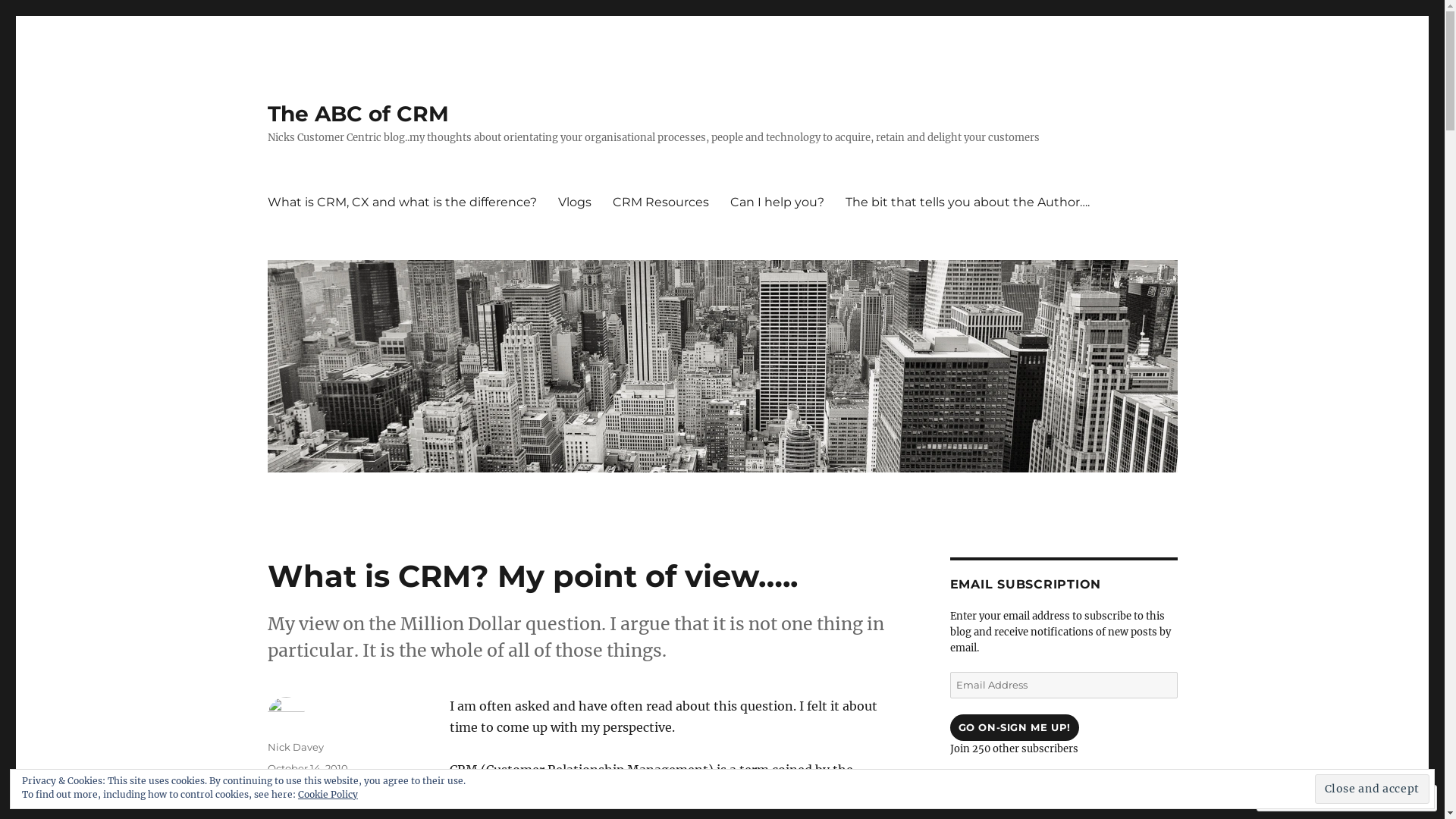  I want to click on 'Cookie Policy', so click(327, 793).